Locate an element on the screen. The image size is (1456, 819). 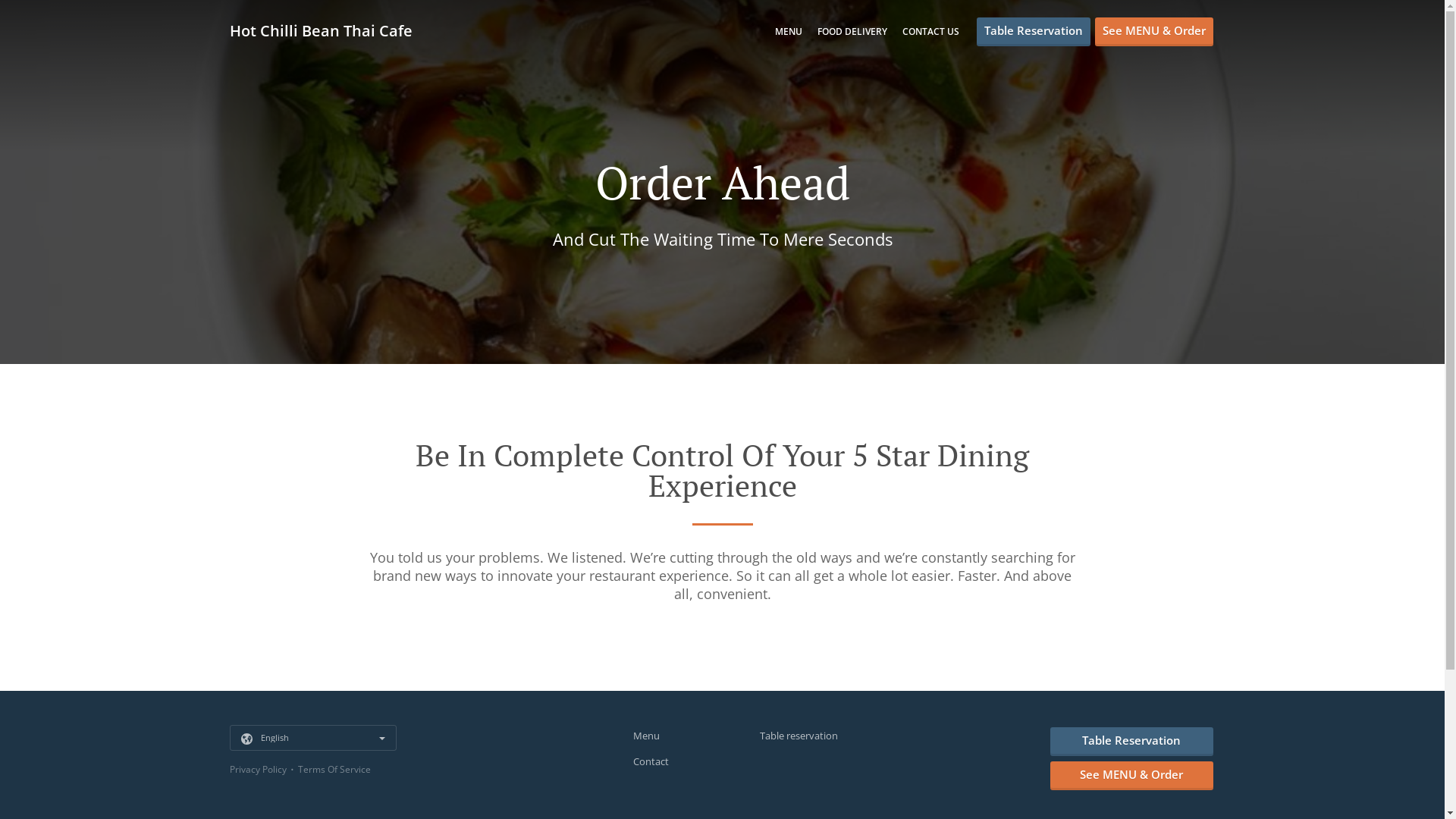
'Hot Chilli Bean Thai Cafe' is located at coordinates (228, 30).